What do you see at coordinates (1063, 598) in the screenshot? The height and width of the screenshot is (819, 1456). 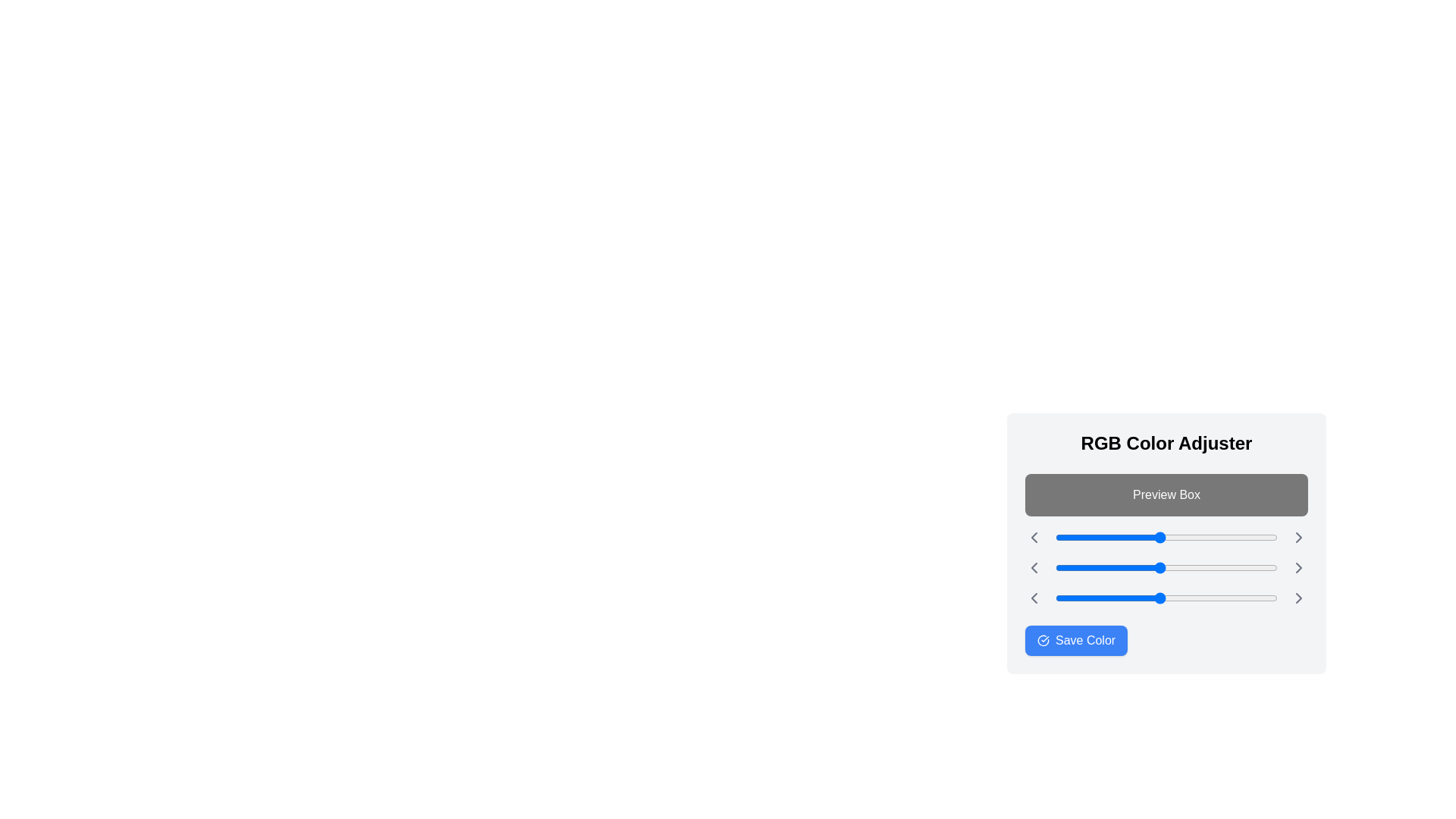 I see `the blue slider to 10` at bounding box center [1063, 598].